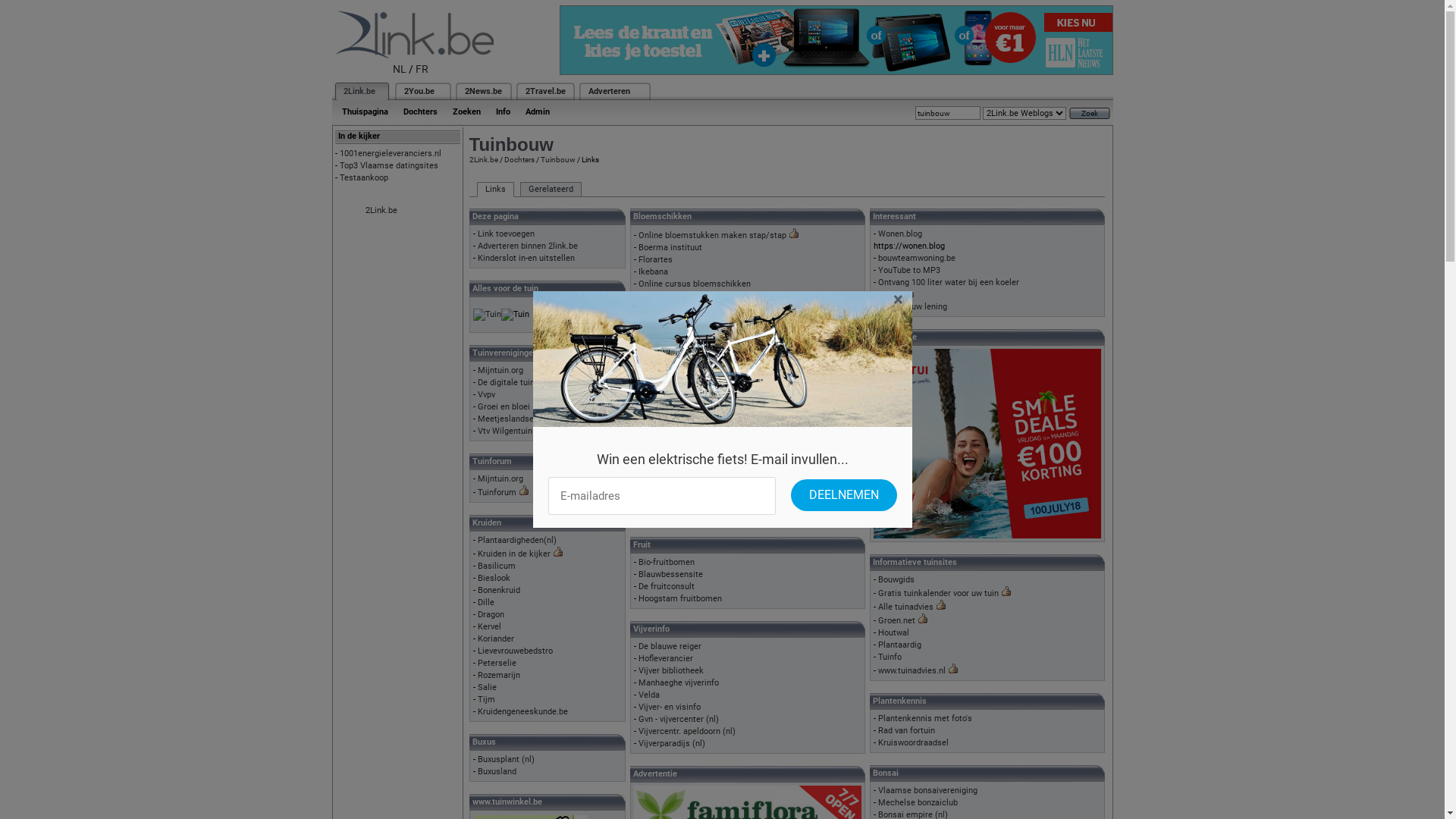 The width and height of the screenshot is (1456, 819). What do you see at coordinates (537, 111) in the screenshot?
I see `'Admin'` at bounding box center [537, 111].